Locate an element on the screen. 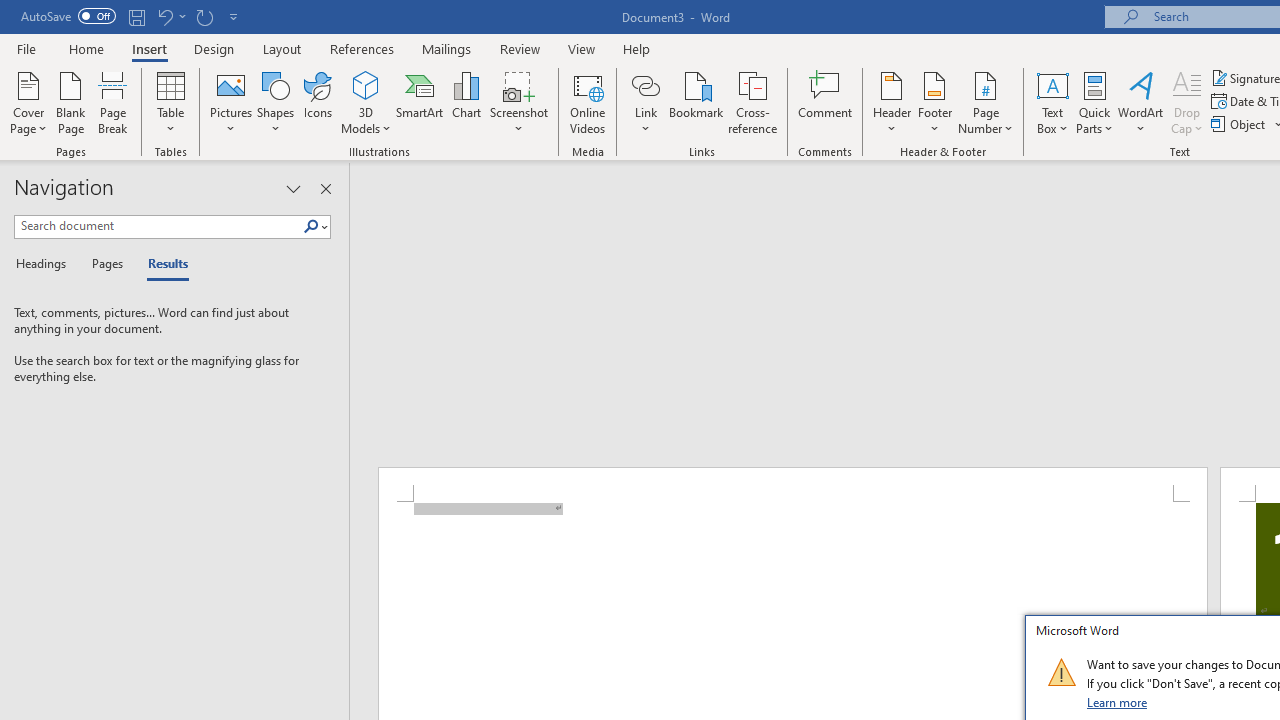 The height and width of the screenshot is (720, 1280). 'Home' is located at coordinates (85, 48).